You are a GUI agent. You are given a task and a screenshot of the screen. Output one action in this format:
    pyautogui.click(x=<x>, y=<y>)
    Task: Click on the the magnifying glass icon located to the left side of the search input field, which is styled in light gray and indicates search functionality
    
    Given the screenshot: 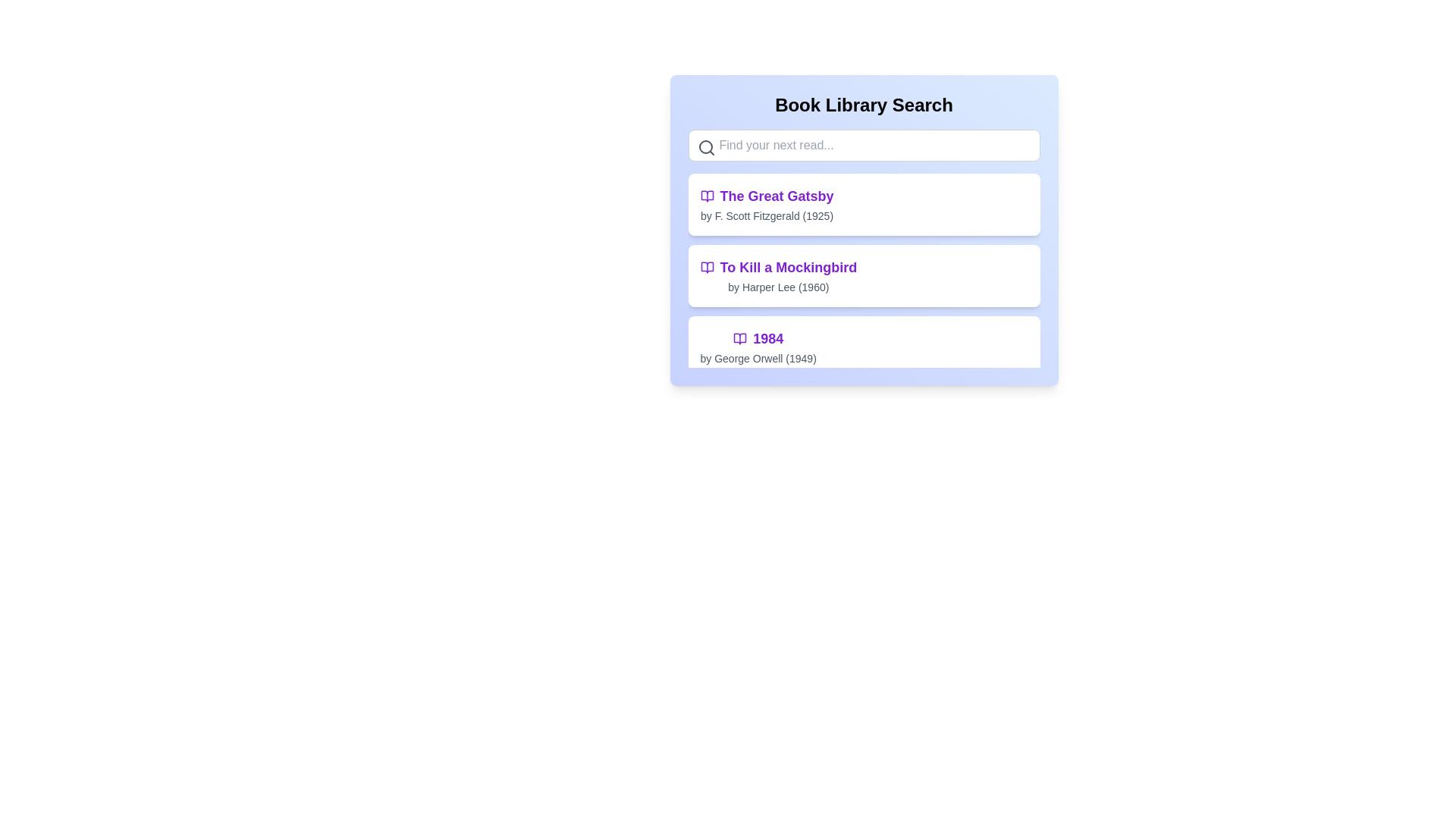 What is the action you would take?
    pyautogui.click(x=705, y=148)
    